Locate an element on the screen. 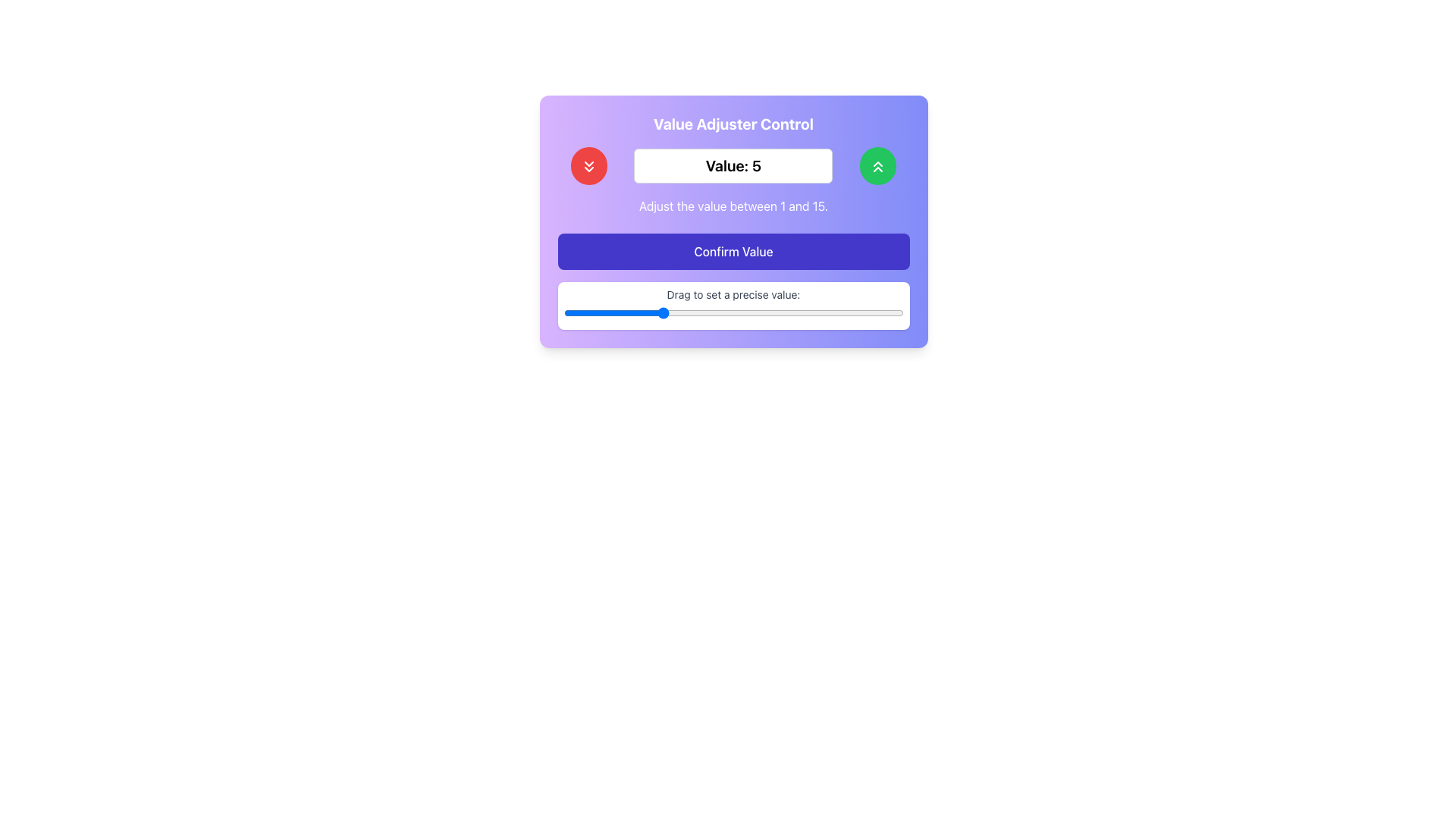 Image resolution: width=1456 pixels, height=819 pixels. the confirmation button located centrally beneath the text 'Adjust the value between 1 and 15.' and above the slider labeled 'Drag to set a precise value' to confirm the value adjustment is located at coordinates (733, 250).